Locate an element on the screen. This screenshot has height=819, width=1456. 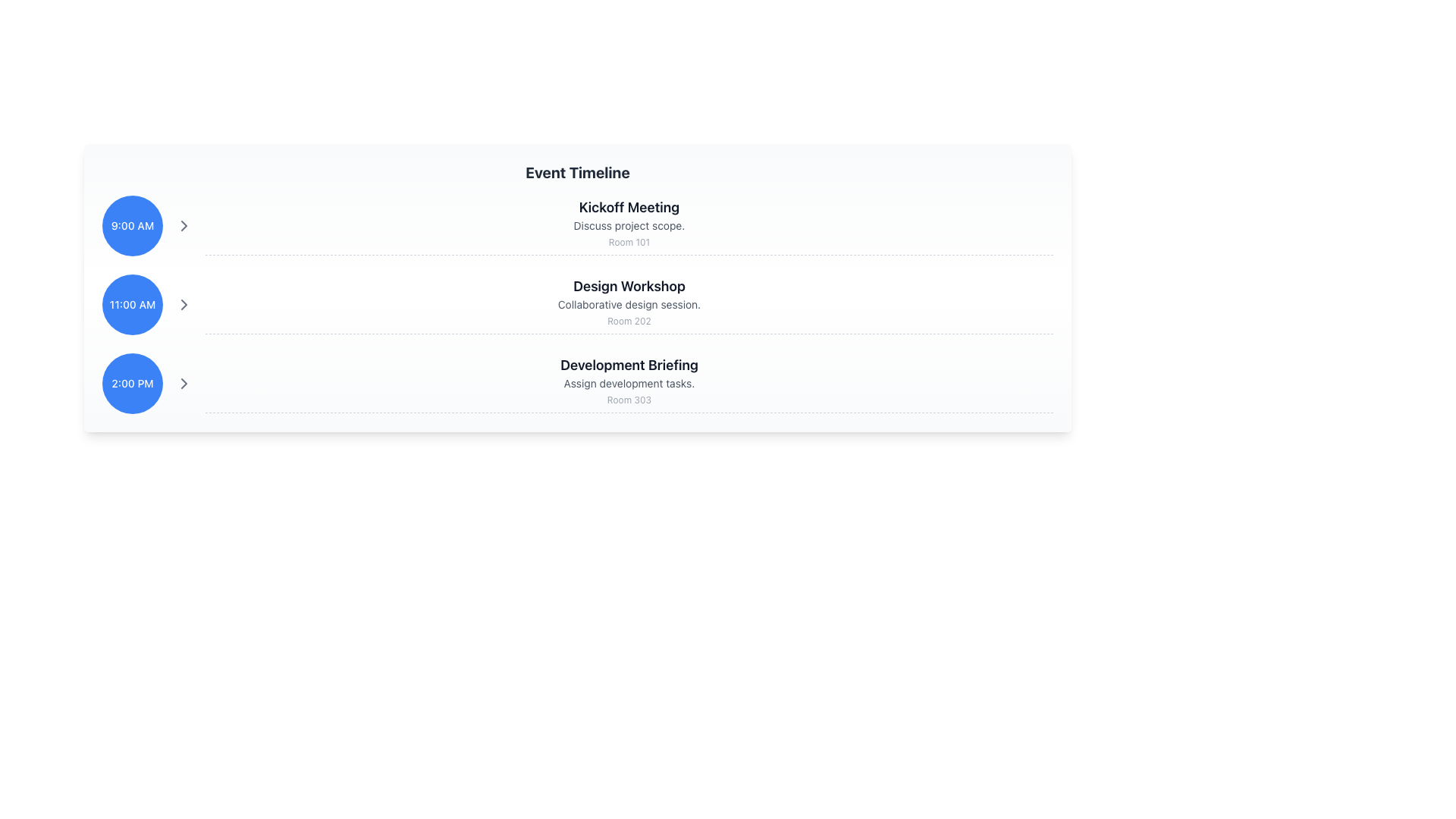
the third list item representing a scheduled event in the timeline is located at coordinates (577, 382).